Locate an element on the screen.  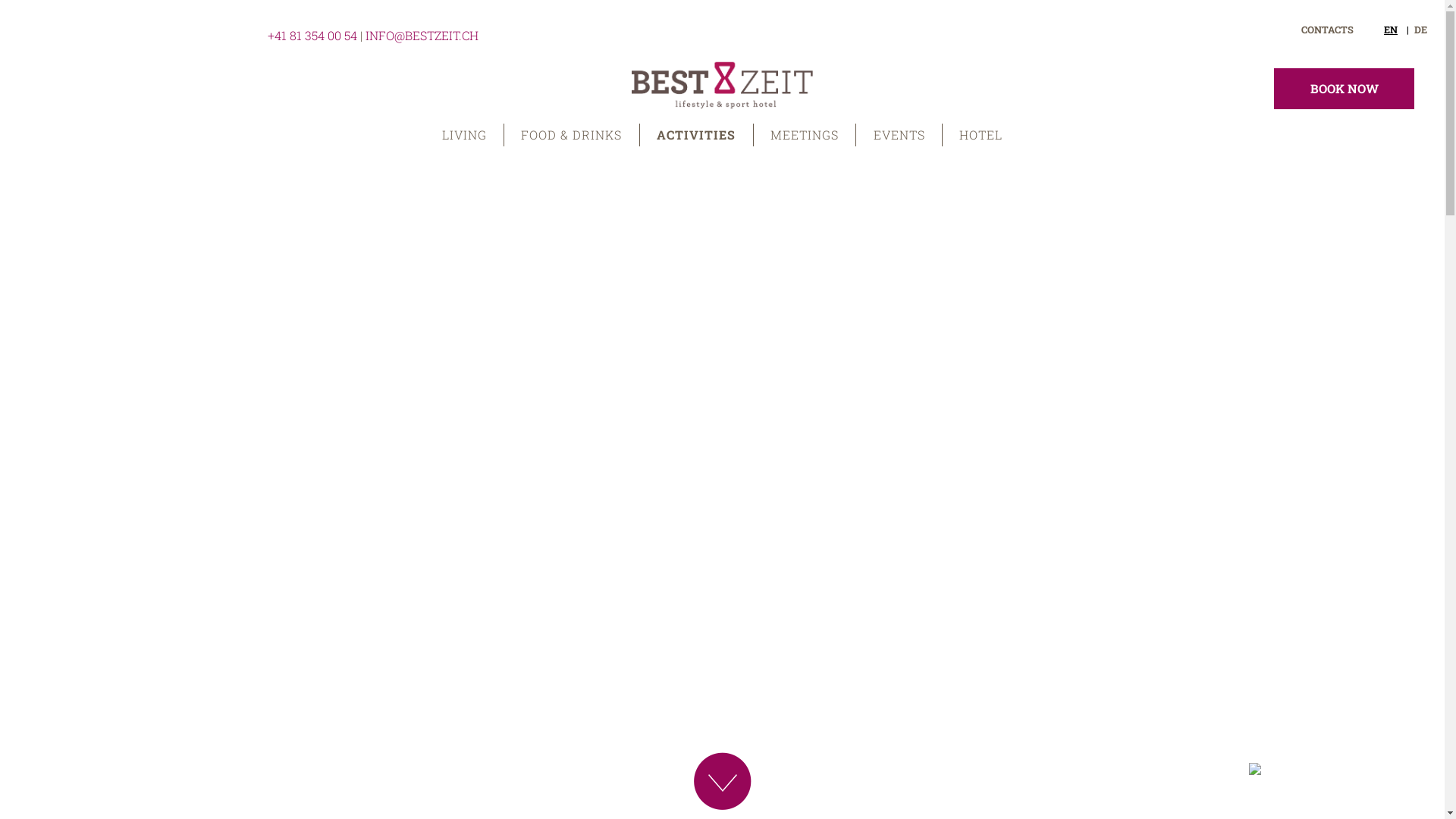
'ACTIVITIES' is located at coordinates (695, 133).